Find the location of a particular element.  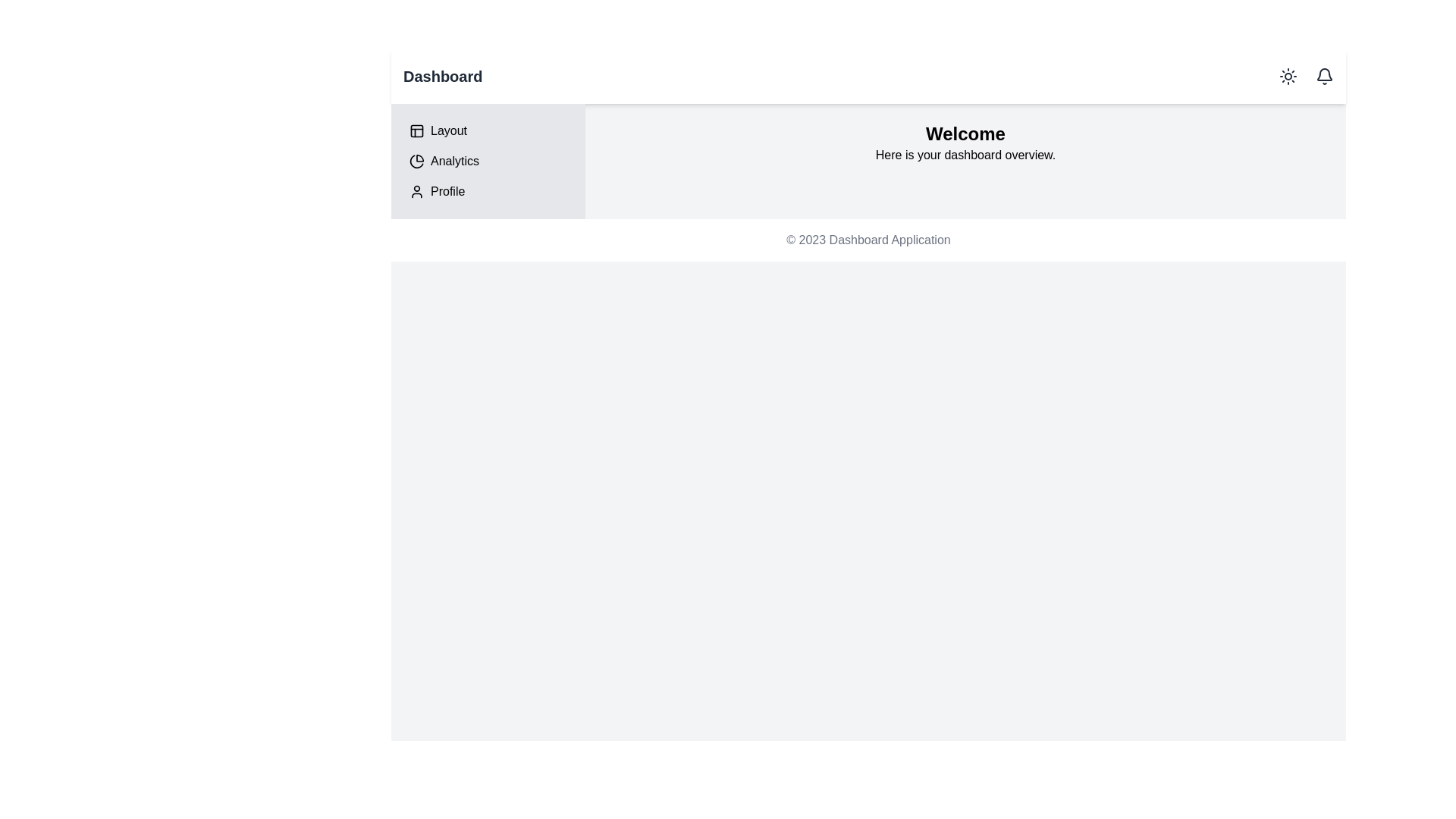

the analytics icon located to the left of the 'Analytics' label in the vertical menu is located at coordinates (417, 161).